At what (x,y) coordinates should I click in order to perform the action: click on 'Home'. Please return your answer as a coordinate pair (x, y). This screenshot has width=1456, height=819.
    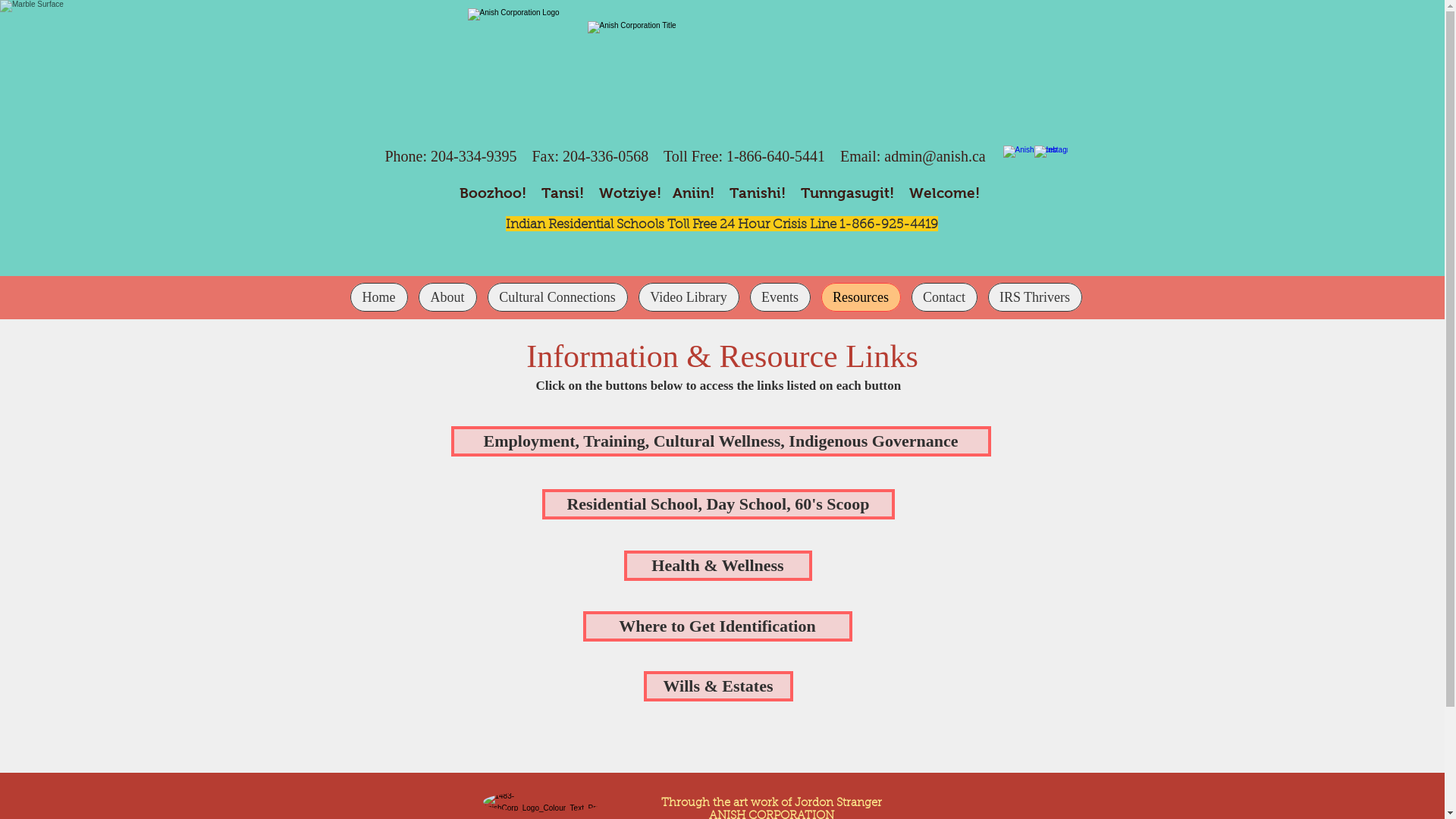
    Looking at the image, I should click on (378, 297).